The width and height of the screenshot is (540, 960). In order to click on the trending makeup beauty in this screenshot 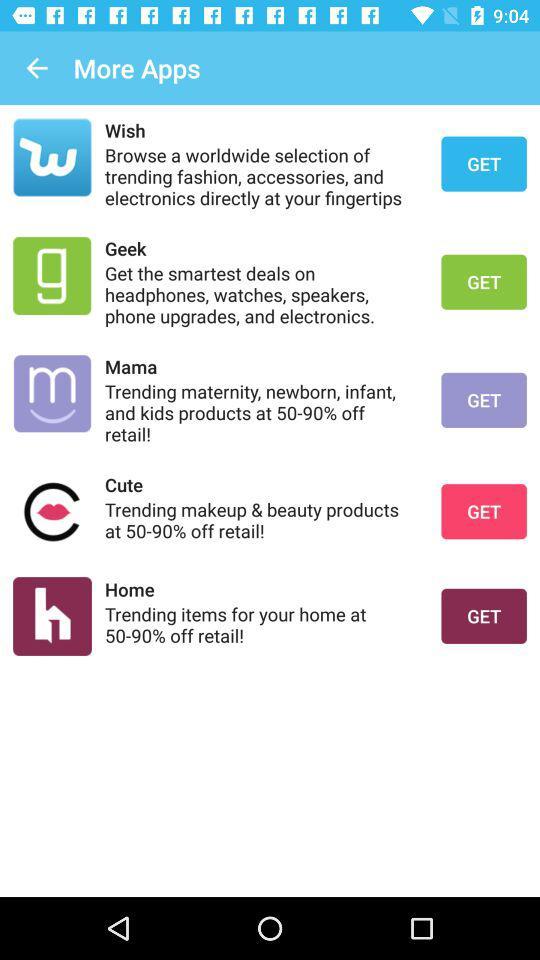, I will do `click(260, 519)`.